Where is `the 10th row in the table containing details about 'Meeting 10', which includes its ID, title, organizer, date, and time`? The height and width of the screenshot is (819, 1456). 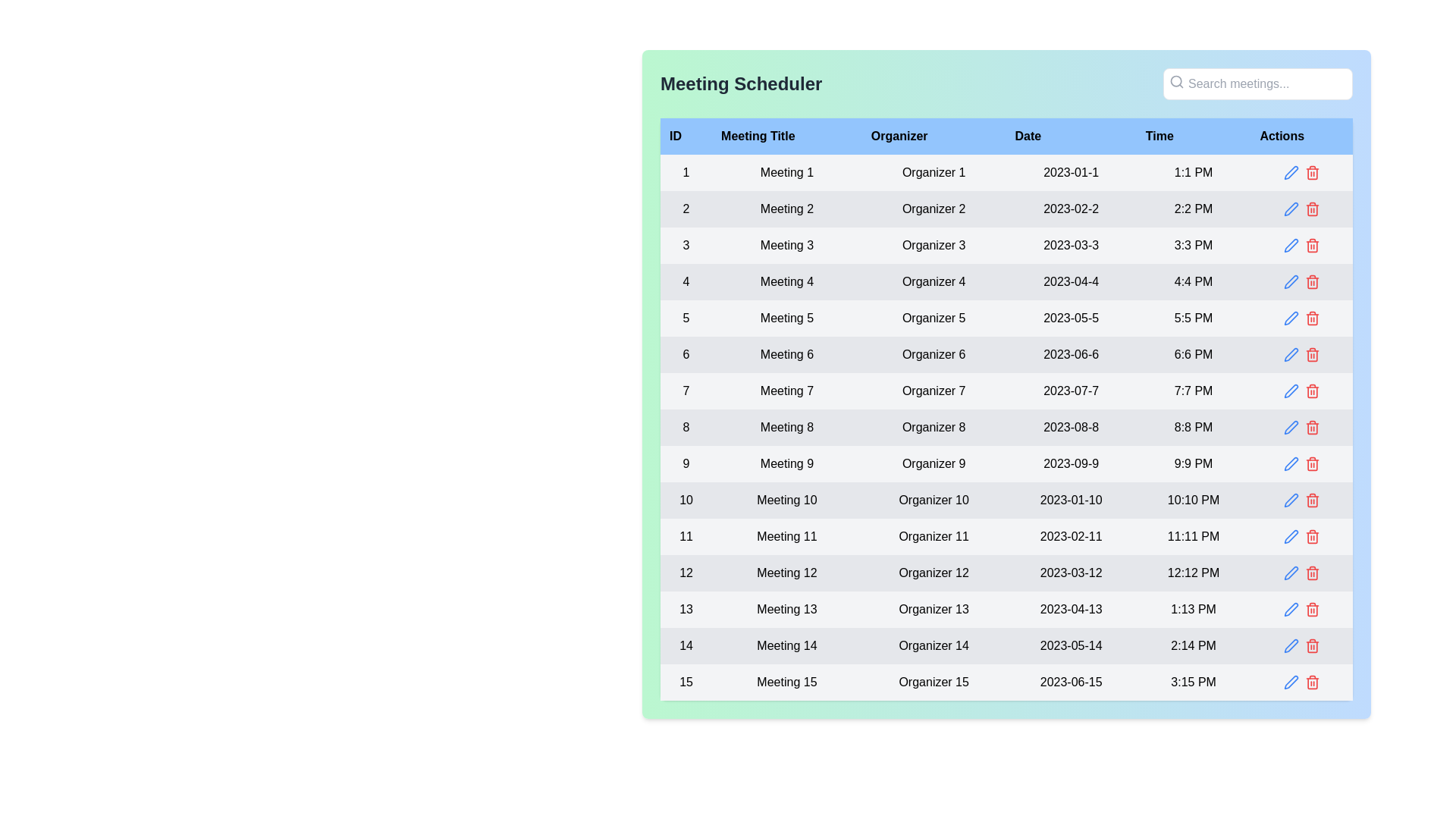
the 10th row in the table containing details about 'Meeting 10', which includes its ID, title, organizer, date, and time is located at coordinates (1006, 500).